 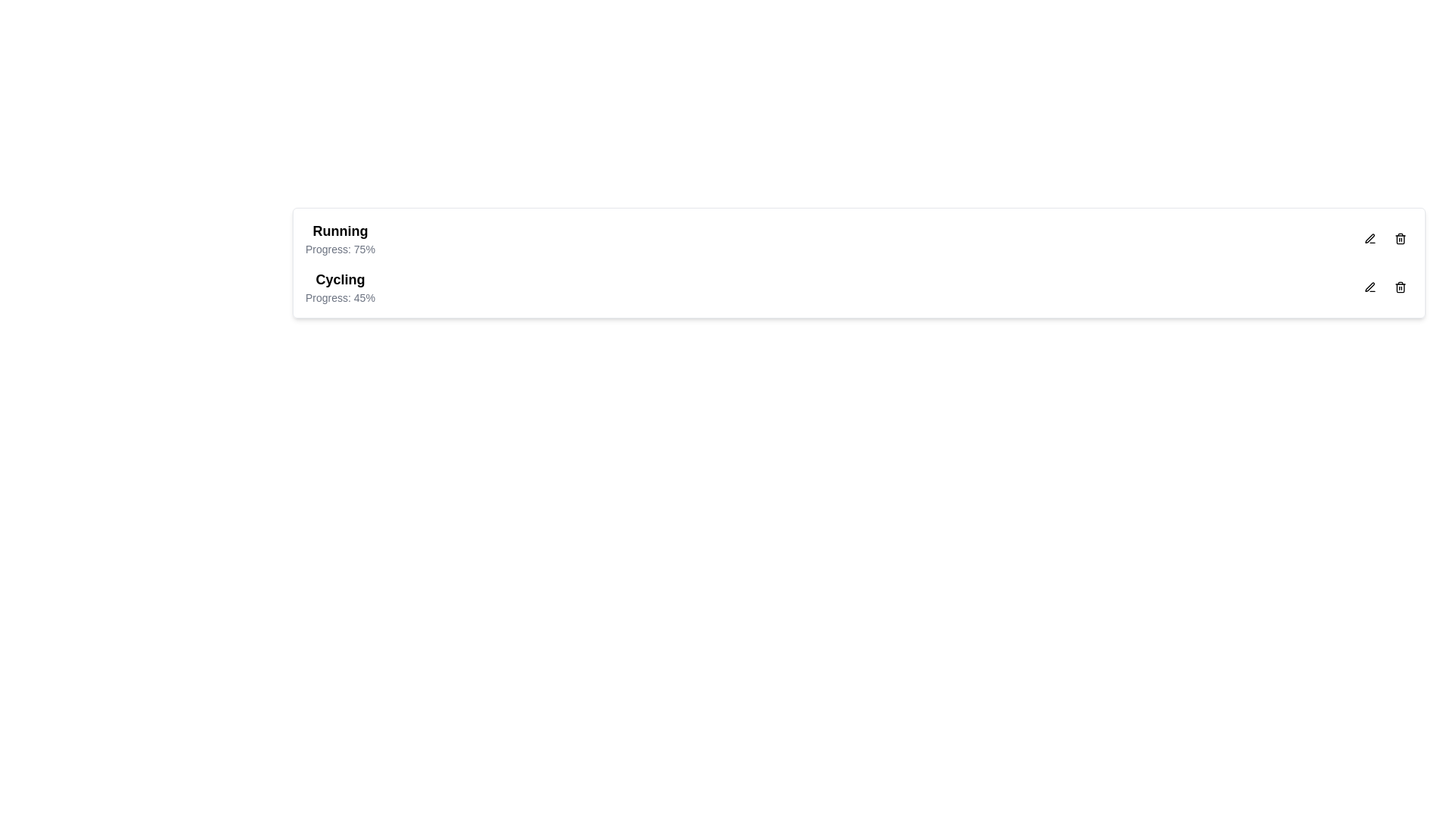 I want to click on the delete button for the 'Cycling' task, so click(x=1400, y=287).